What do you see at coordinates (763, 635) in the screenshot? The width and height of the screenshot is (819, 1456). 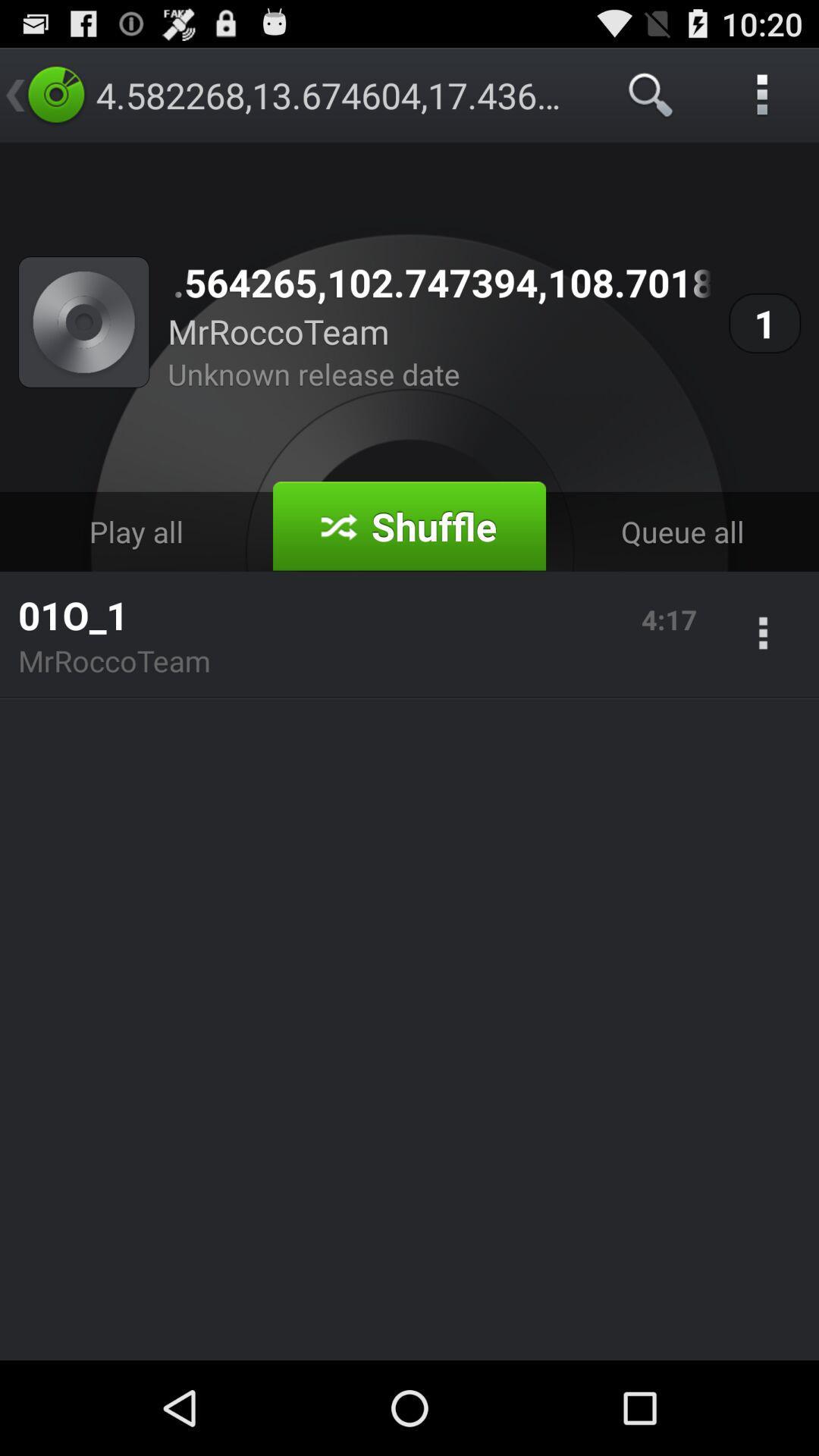 I see `more options` at bounding box center [763, 635].